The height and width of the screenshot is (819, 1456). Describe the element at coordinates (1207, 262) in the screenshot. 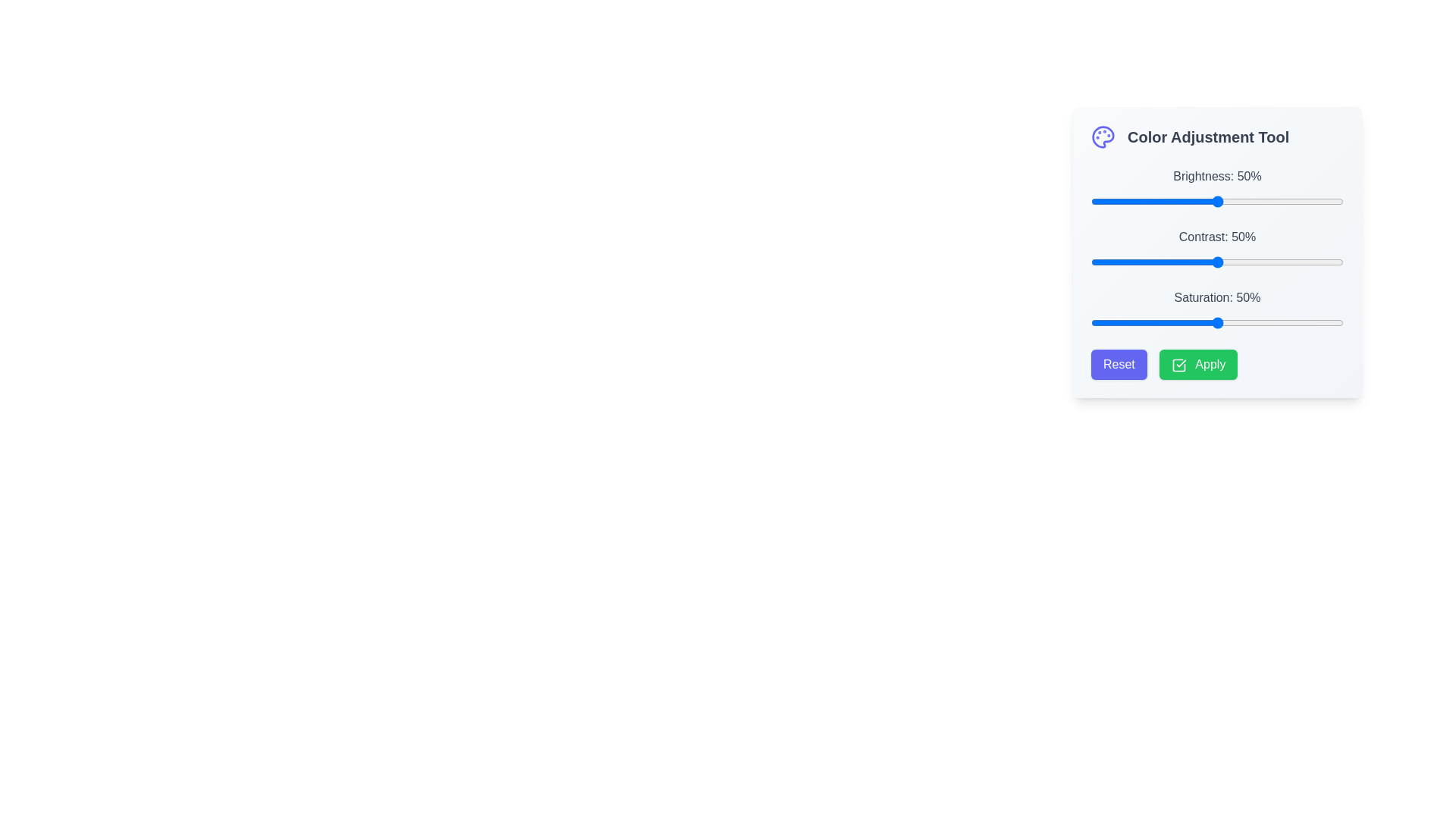

I see `contrast of the image` at that location.